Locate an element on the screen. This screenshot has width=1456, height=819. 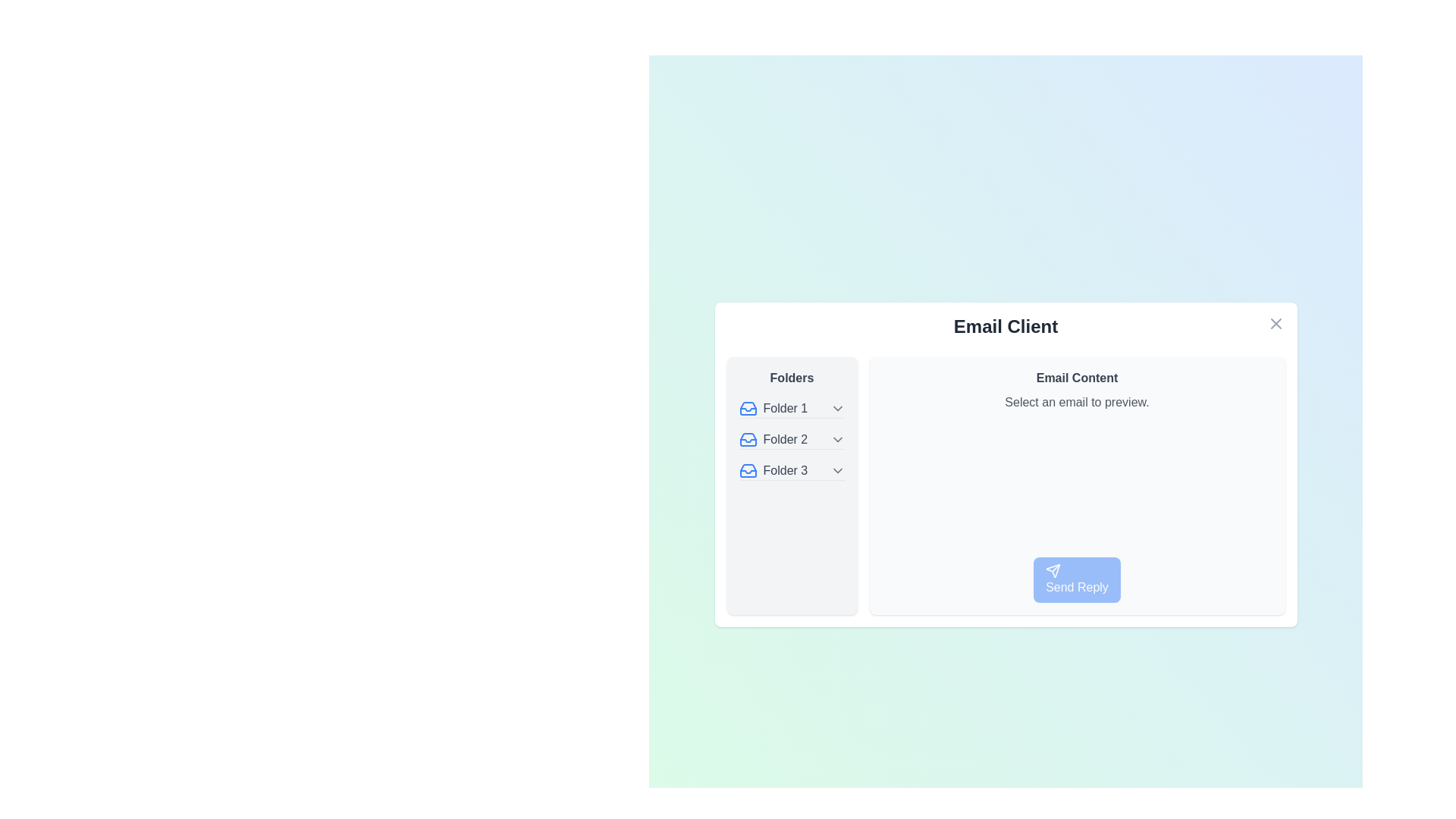
the inbox icon associated with 'Folder 3' located in the left panel of the interface is located at coordinates (748, 470).